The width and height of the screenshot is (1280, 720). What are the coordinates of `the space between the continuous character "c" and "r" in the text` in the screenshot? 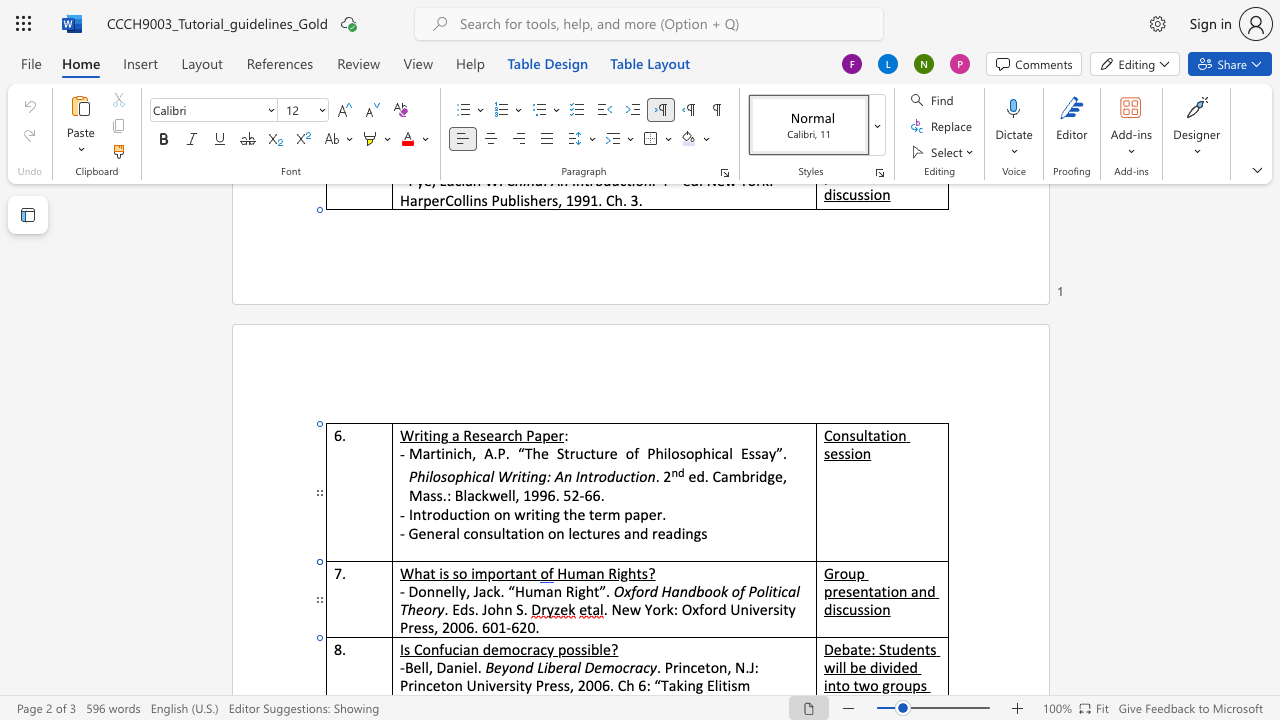 It's located at (526, 649).